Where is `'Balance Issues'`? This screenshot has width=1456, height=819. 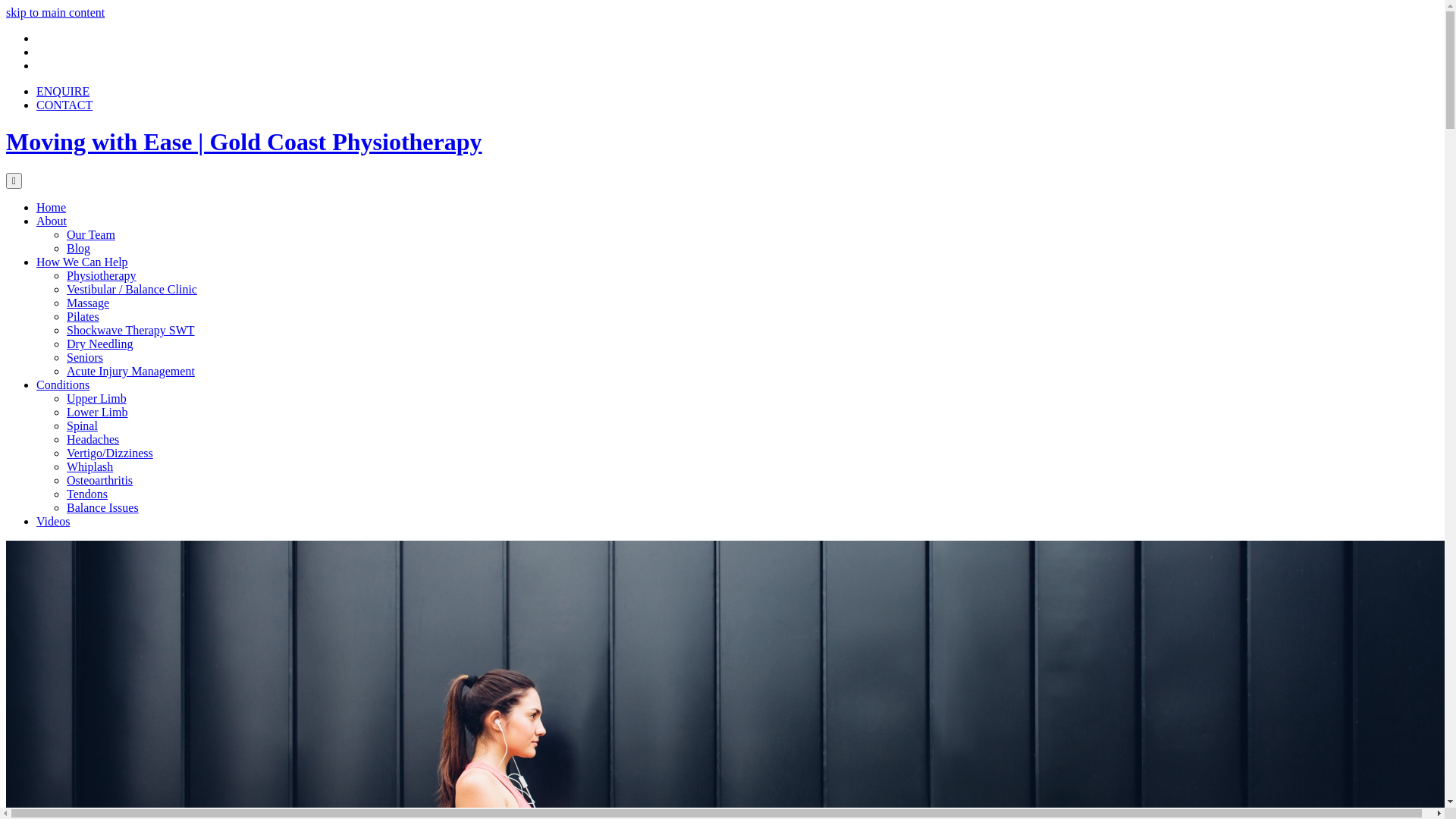 'Balance Issues' is located at coordinates (65, 507).